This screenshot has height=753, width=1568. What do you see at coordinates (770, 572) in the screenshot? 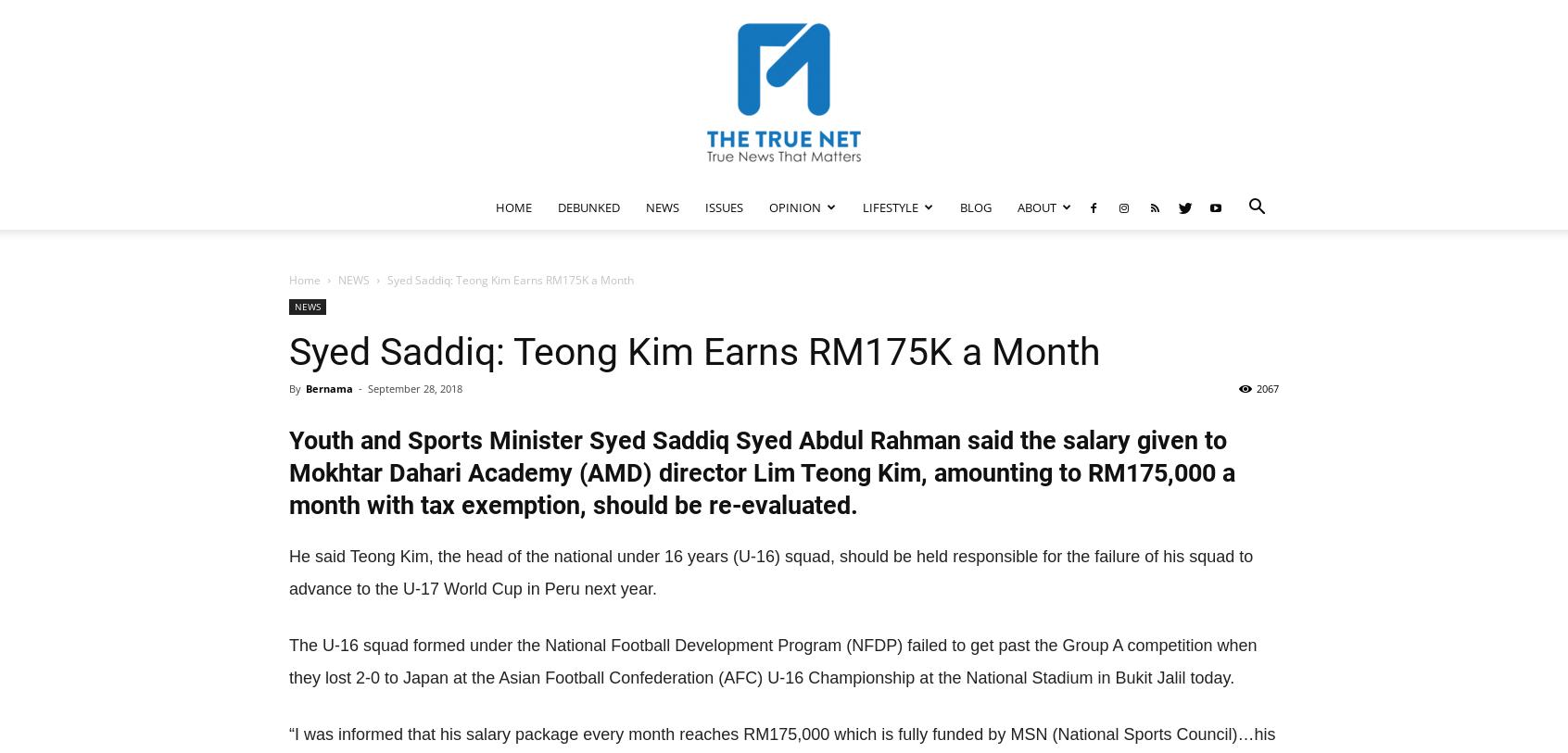
I see `'He said Teong Kim, the head of the national under 16 years (U-16) squad, should be held responsible for the failure of his squad to advance to the U-17 World Cup in Peru next year.'` at bounding box center [770, 572].